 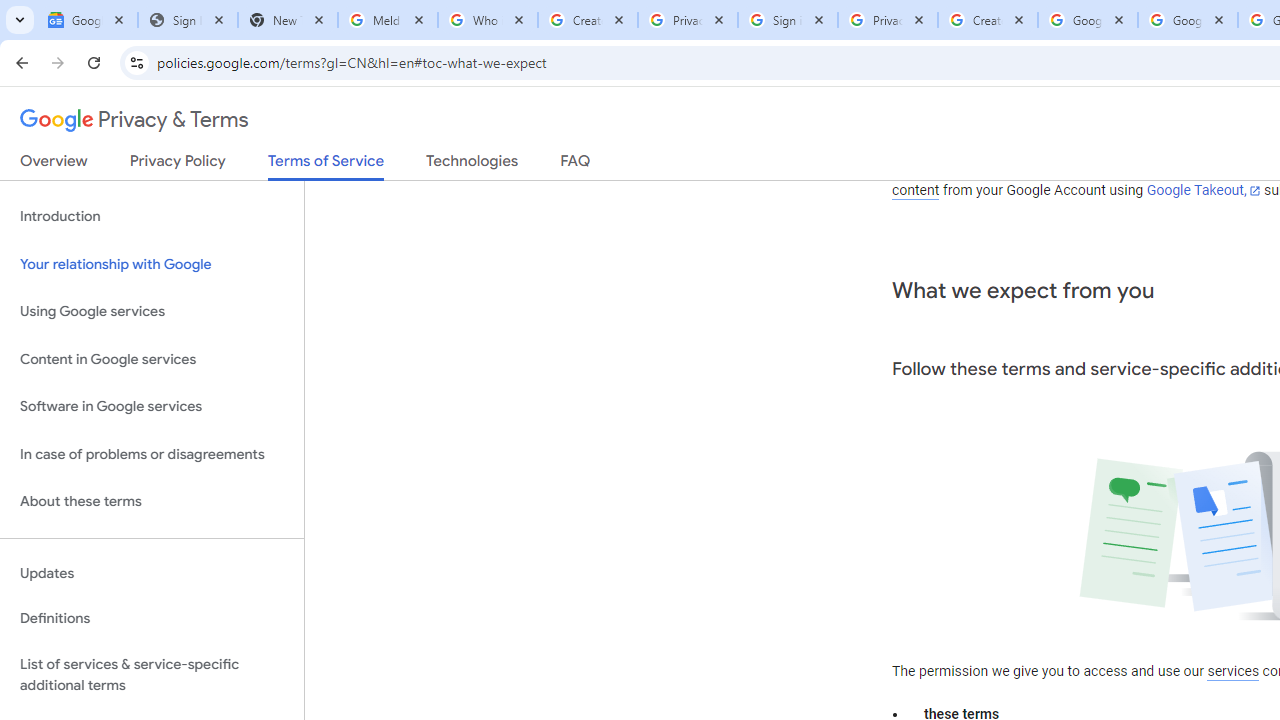 What do you see at coordinates (487, 20) in the screenshot?
I see `'Who is my administrator? - Google Account Help'` at bounding box center [487, 20].